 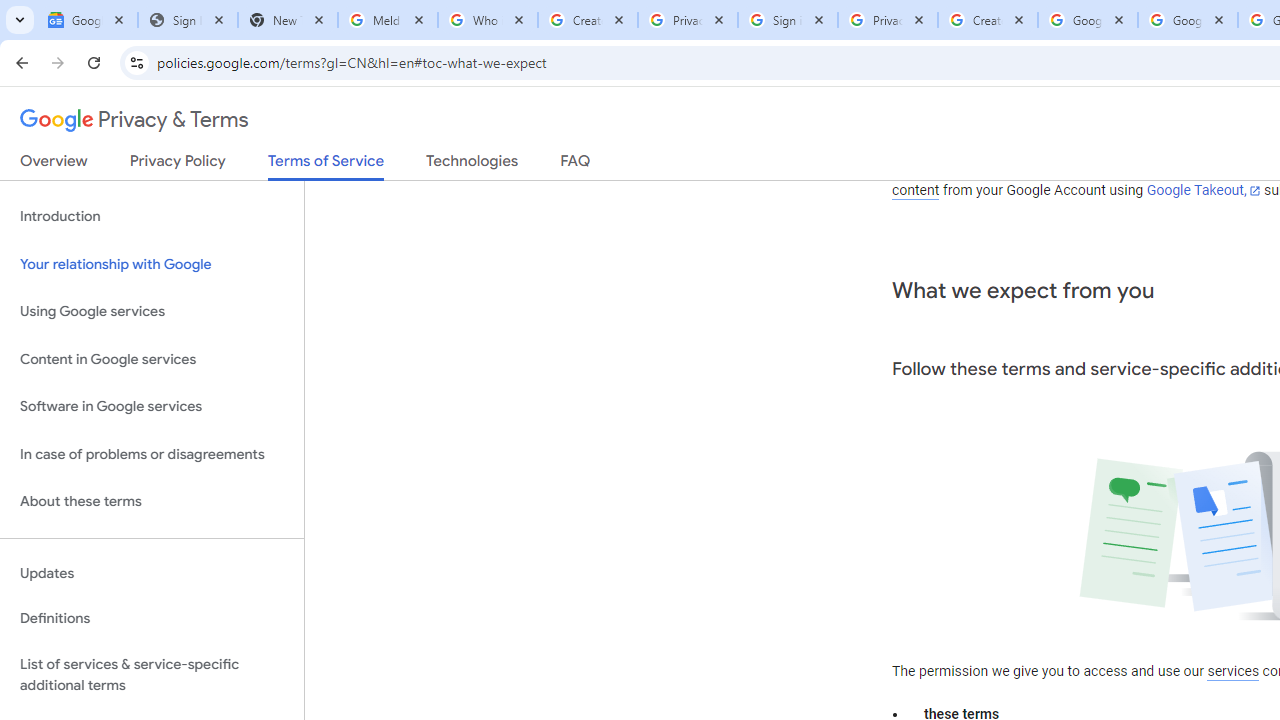 What do you see at coordinates (487, 20) in the screenshot?
I see `'Who is my administrator? - Google Account Help'` at bounding box center [487, 20].